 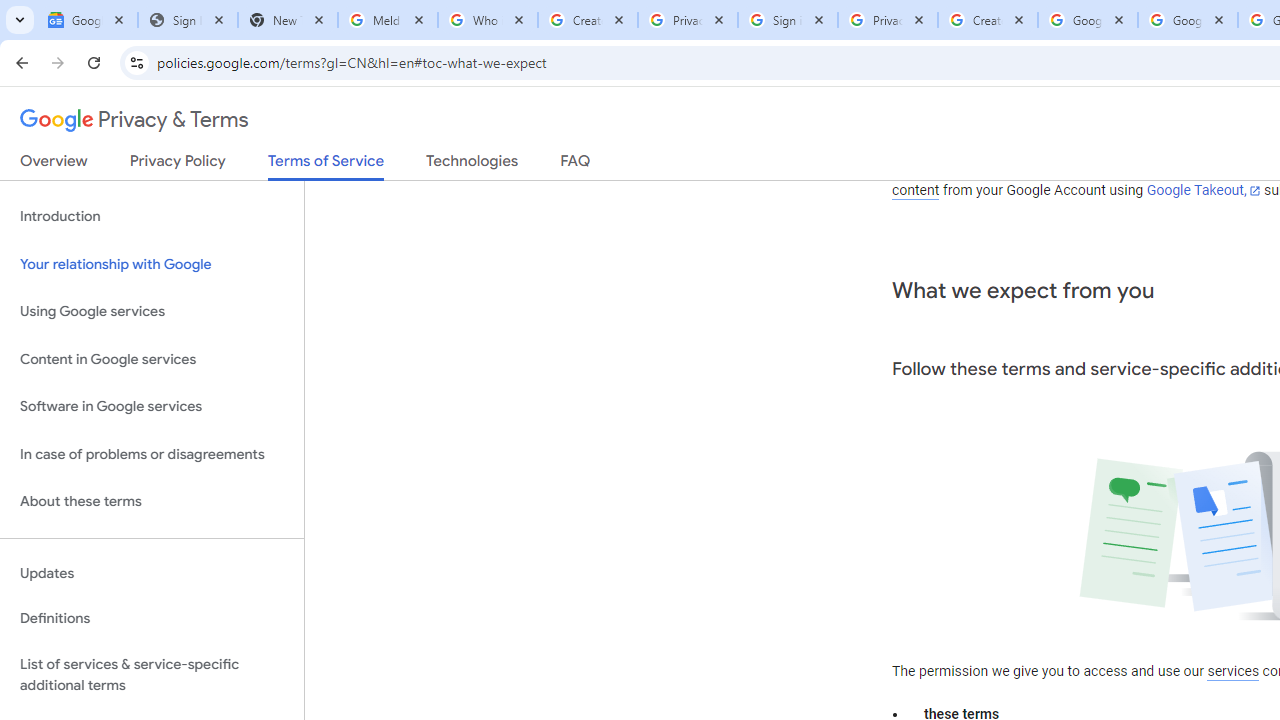 What do you see at coordinates (487, 20) in the screenshot?
I see `'Who is my administrator? - Google Account Help'` at bounding box center [487, 20].